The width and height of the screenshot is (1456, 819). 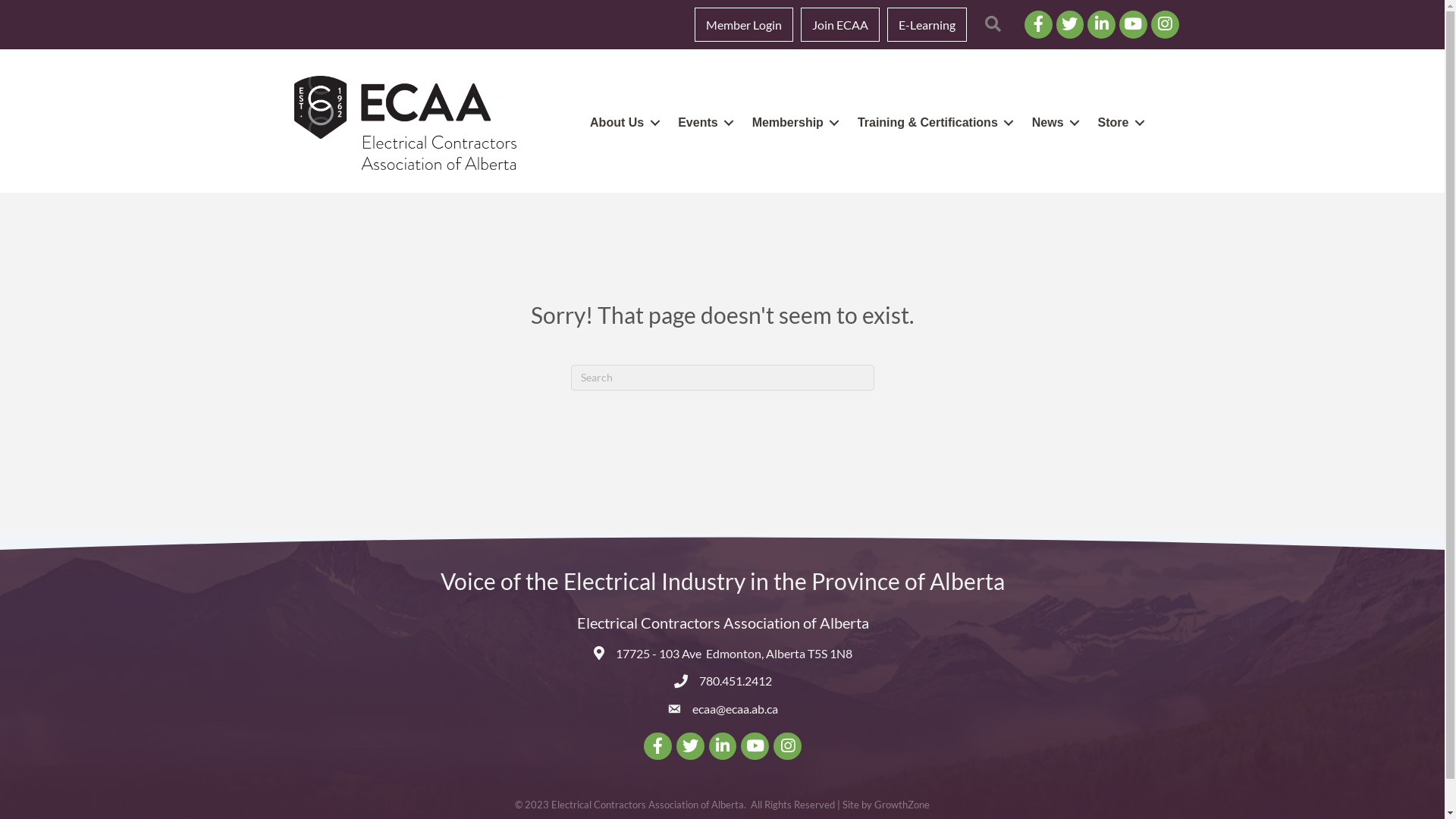 I want to click on 'ecaa@ecaa.ab.ca', so click(x=735, y=708).